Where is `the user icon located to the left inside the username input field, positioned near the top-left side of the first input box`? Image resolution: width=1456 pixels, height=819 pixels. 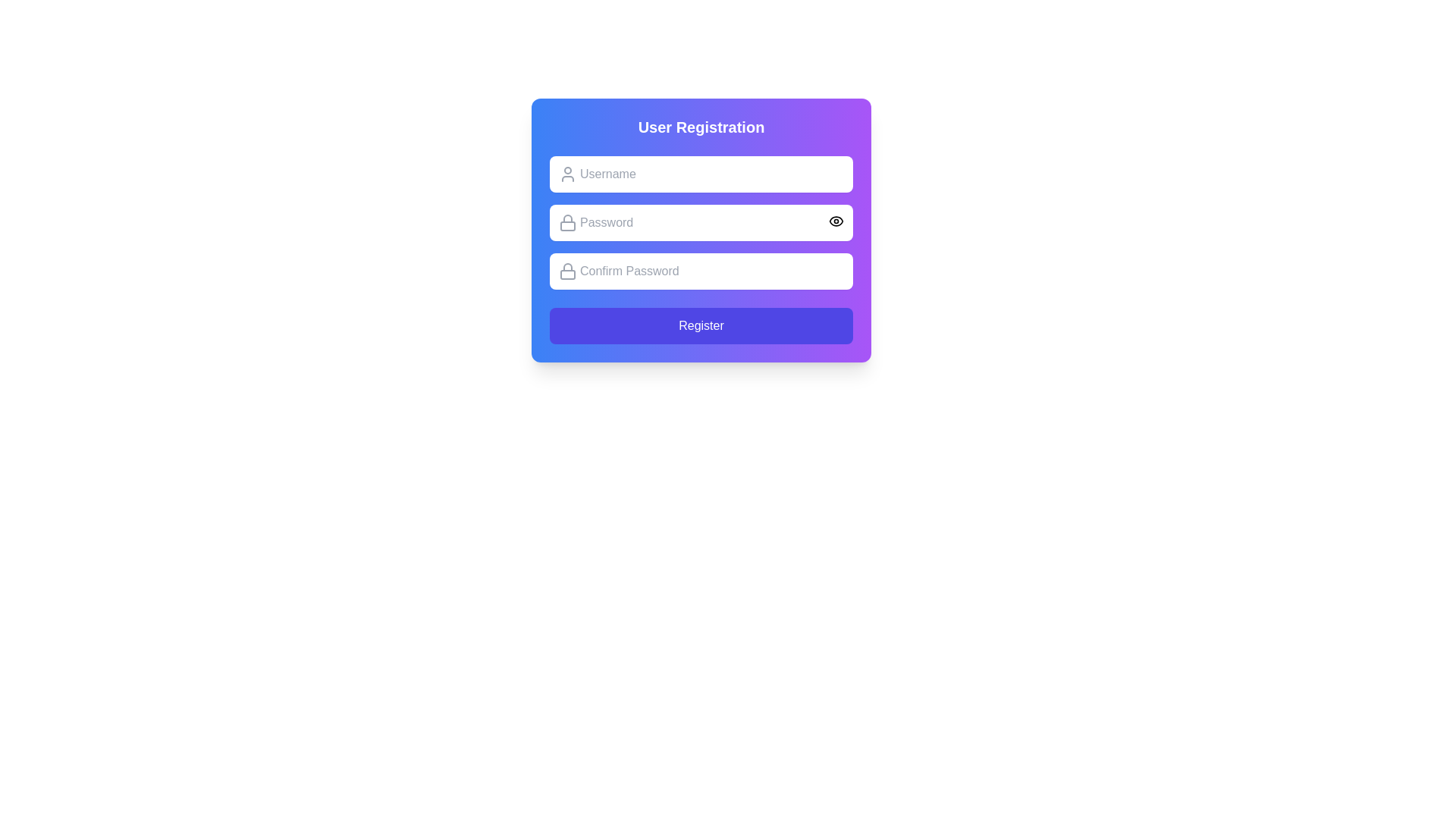
the user icon located to the left inside the username input field, positioned near the top-left side of the first input box is located at coordinates (566, 174).